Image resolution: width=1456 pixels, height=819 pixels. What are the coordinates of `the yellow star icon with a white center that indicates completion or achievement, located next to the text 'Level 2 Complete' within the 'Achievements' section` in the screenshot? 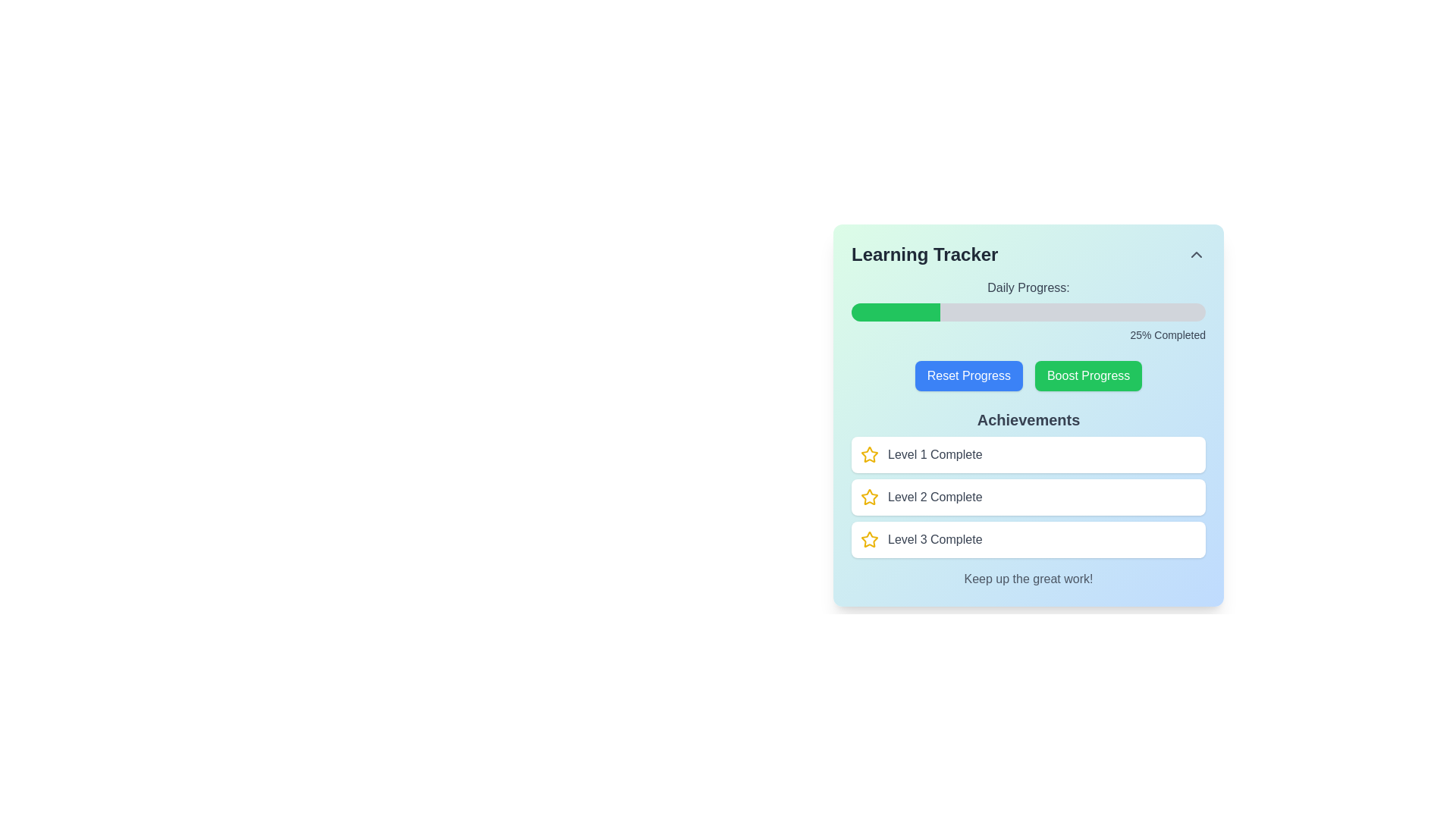 It's located at (870, 453).